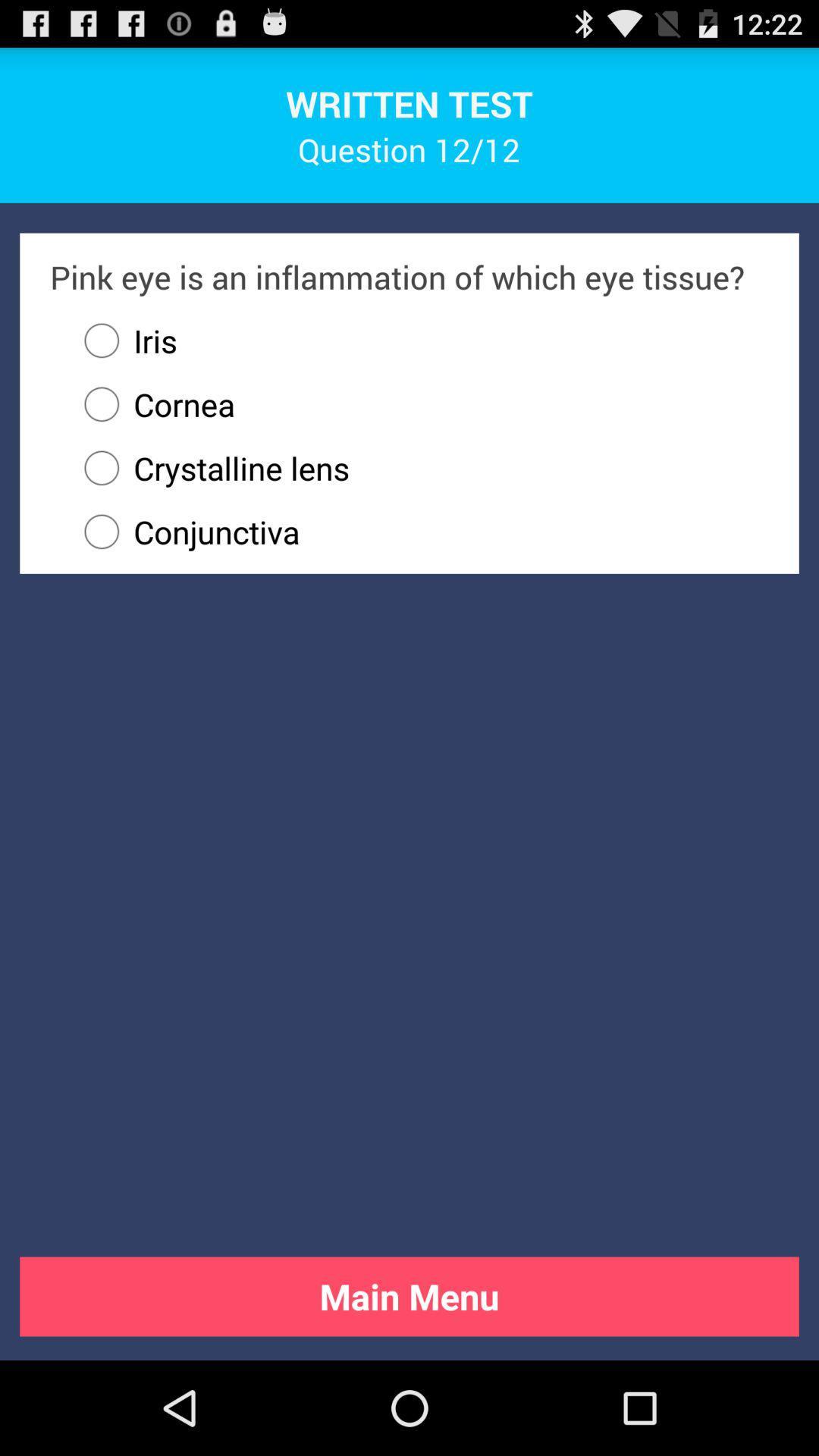 The height and width of the screenshot is (1456, 819). I want to click on the item above the conjunctiva radio button, so click(419, 467).